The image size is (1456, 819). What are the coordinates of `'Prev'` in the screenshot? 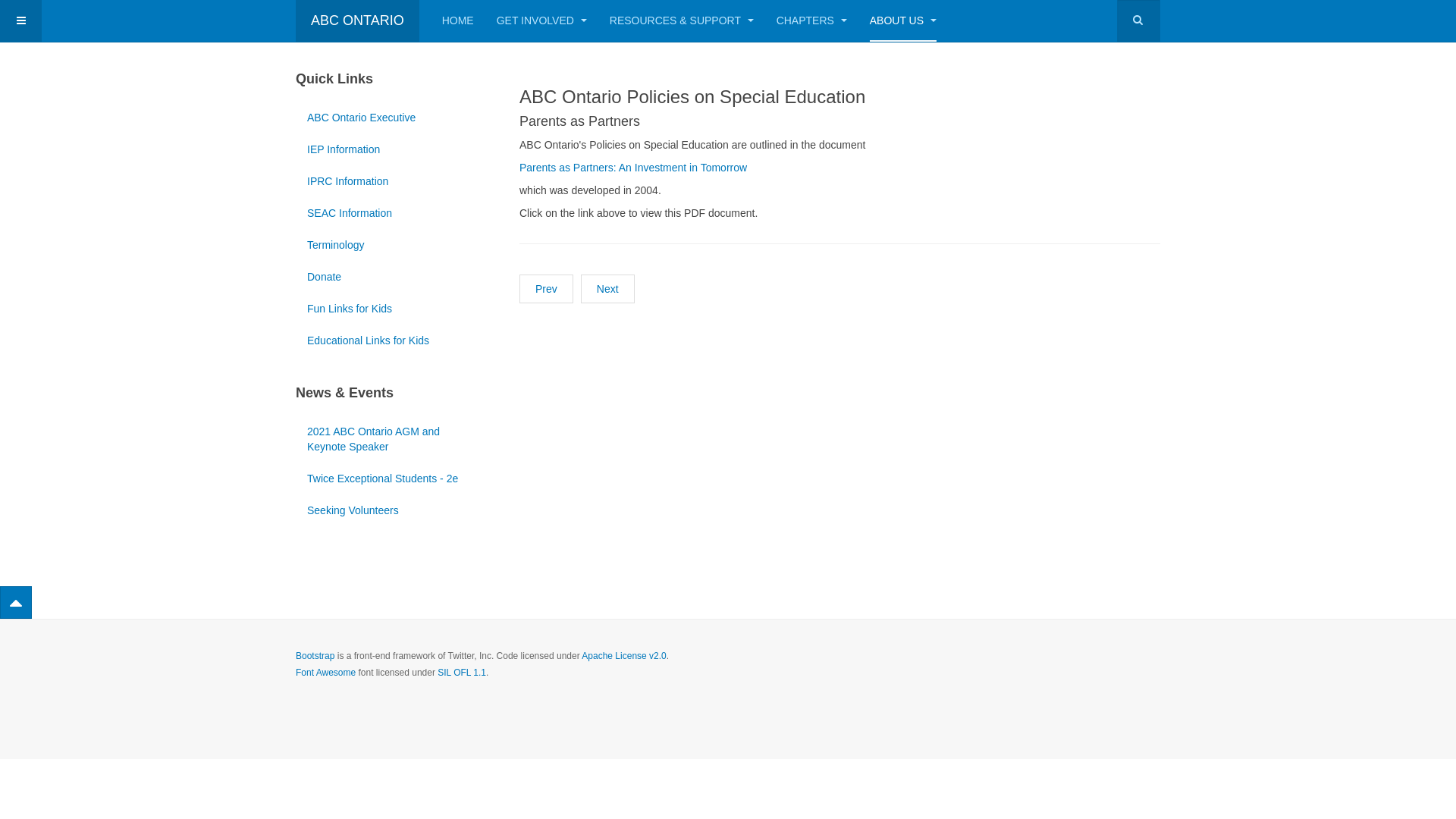 It's located at (519, 289).